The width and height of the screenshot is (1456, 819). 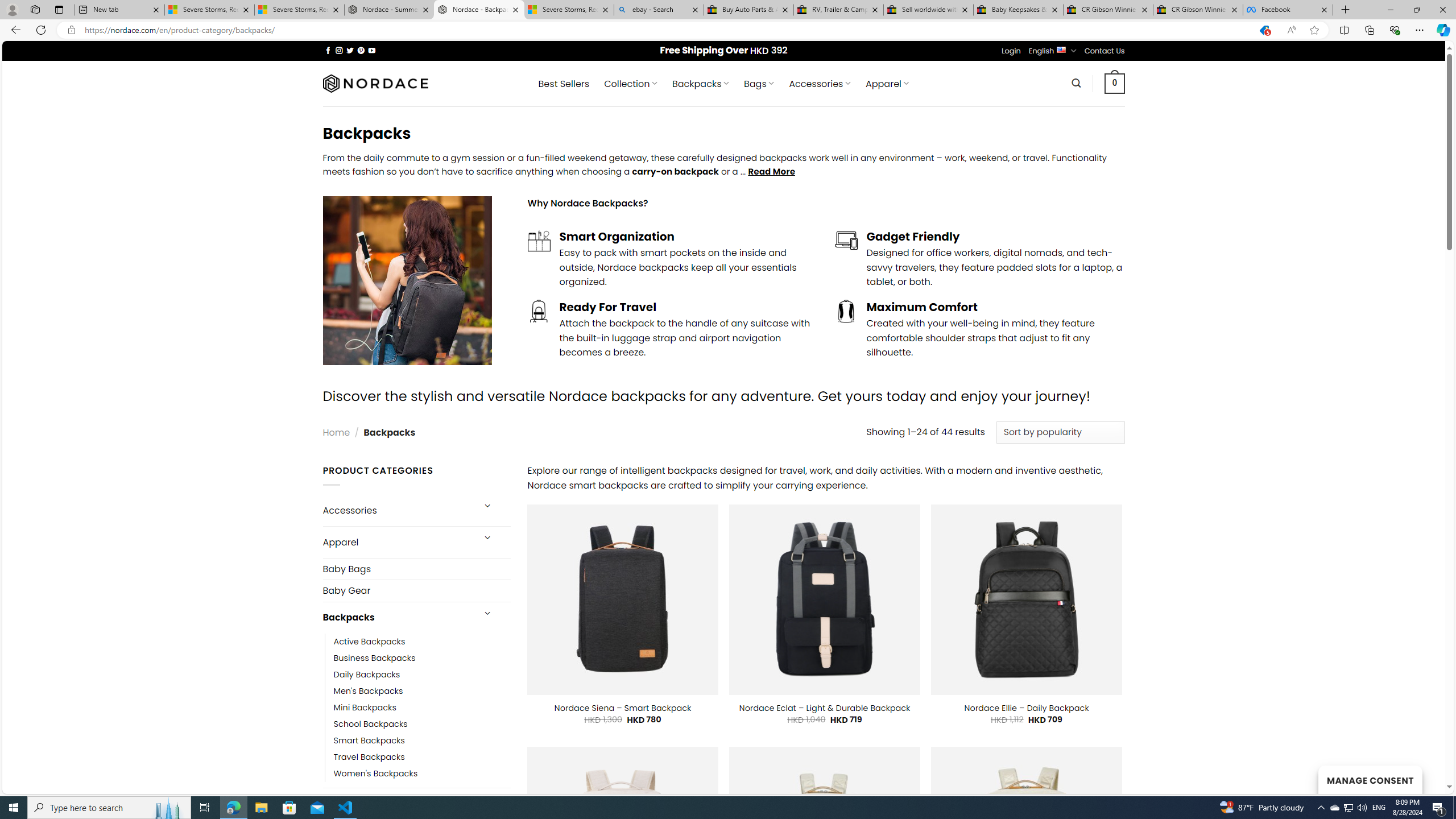 I want to click on 'Business Backpacks', so click(x=421, y=657).